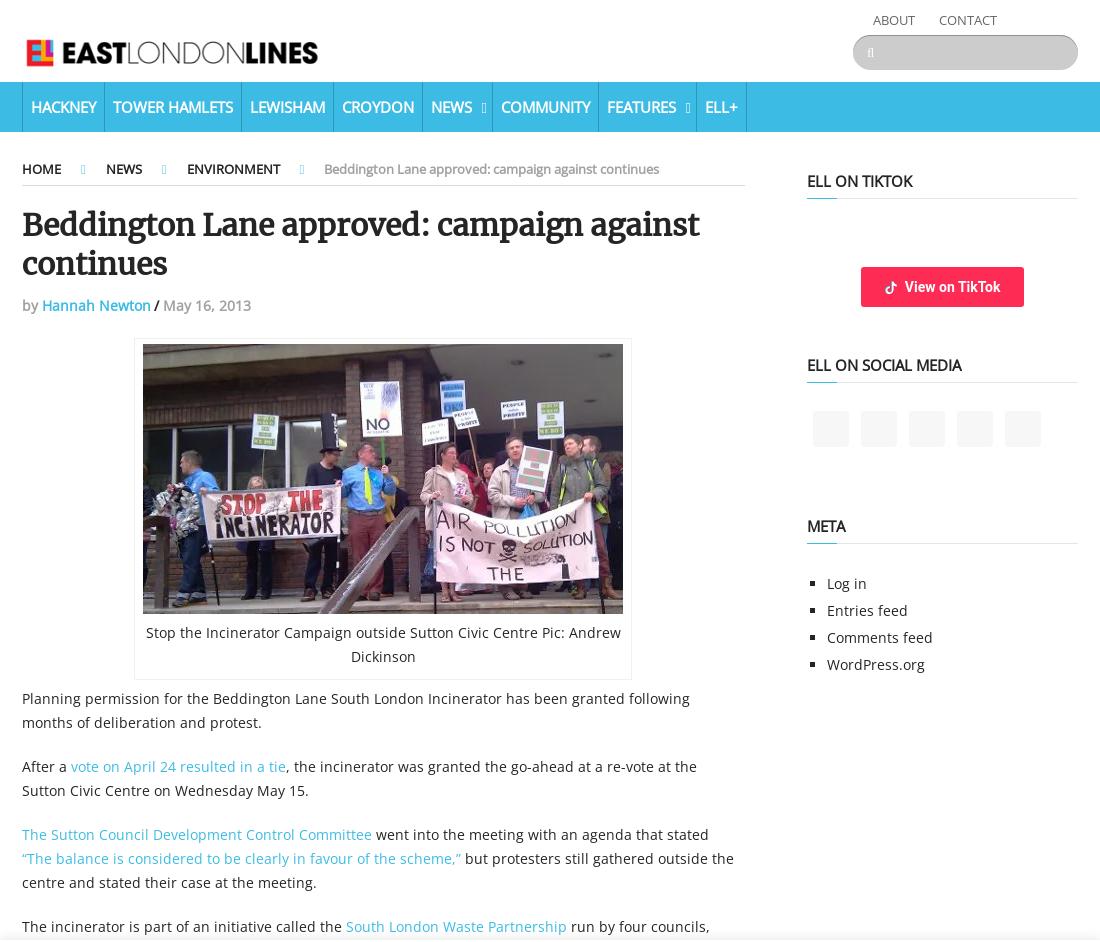 The height and width of the screenshot is (942, 1100). I want to click on 'Meta', so click(806, 525).